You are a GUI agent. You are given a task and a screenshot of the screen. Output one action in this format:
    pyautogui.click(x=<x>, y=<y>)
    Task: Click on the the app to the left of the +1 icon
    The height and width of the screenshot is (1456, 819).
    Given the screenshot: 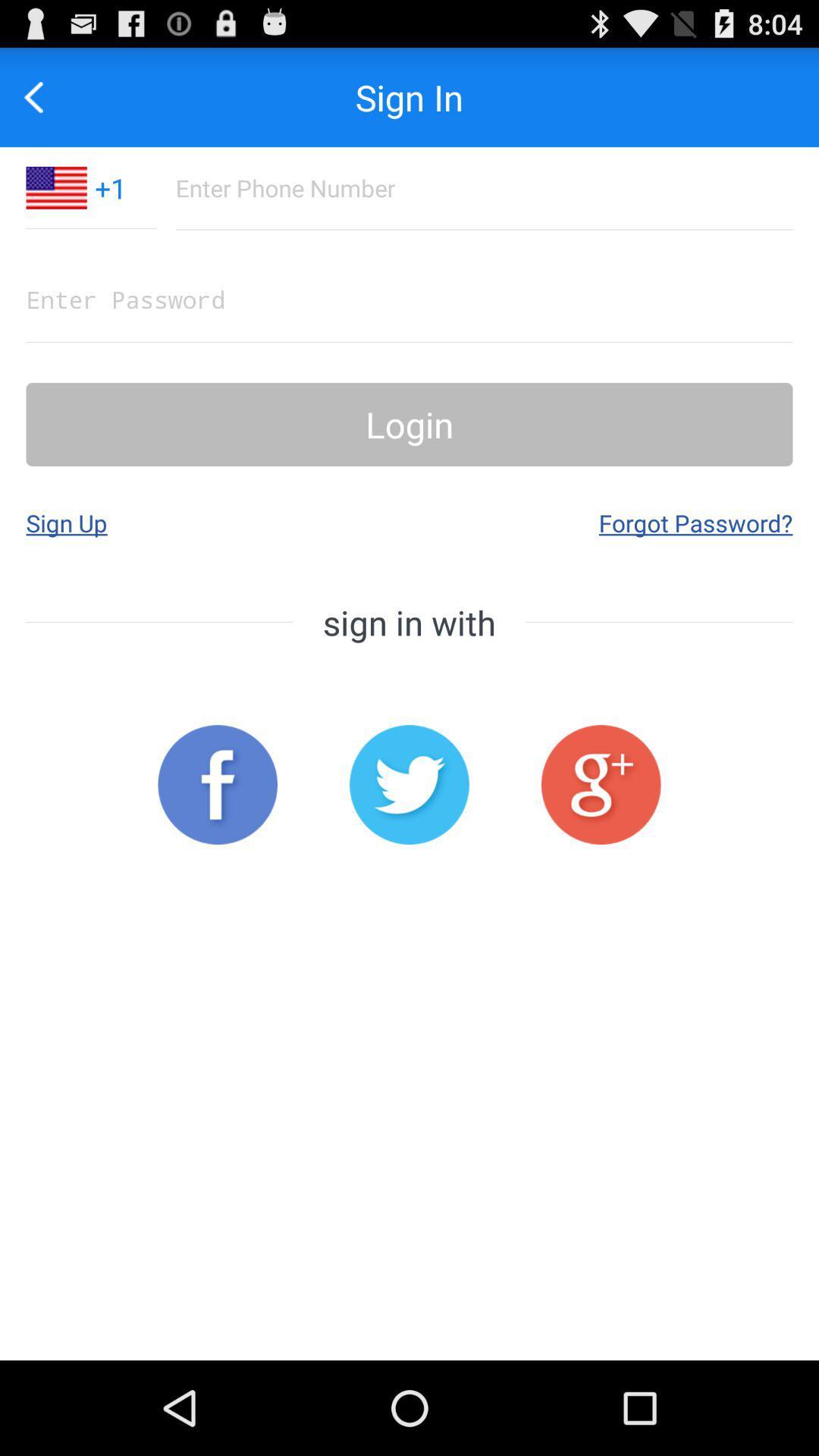 What is the action you would take?
    pyautogui.click(x=41, y=96)
    